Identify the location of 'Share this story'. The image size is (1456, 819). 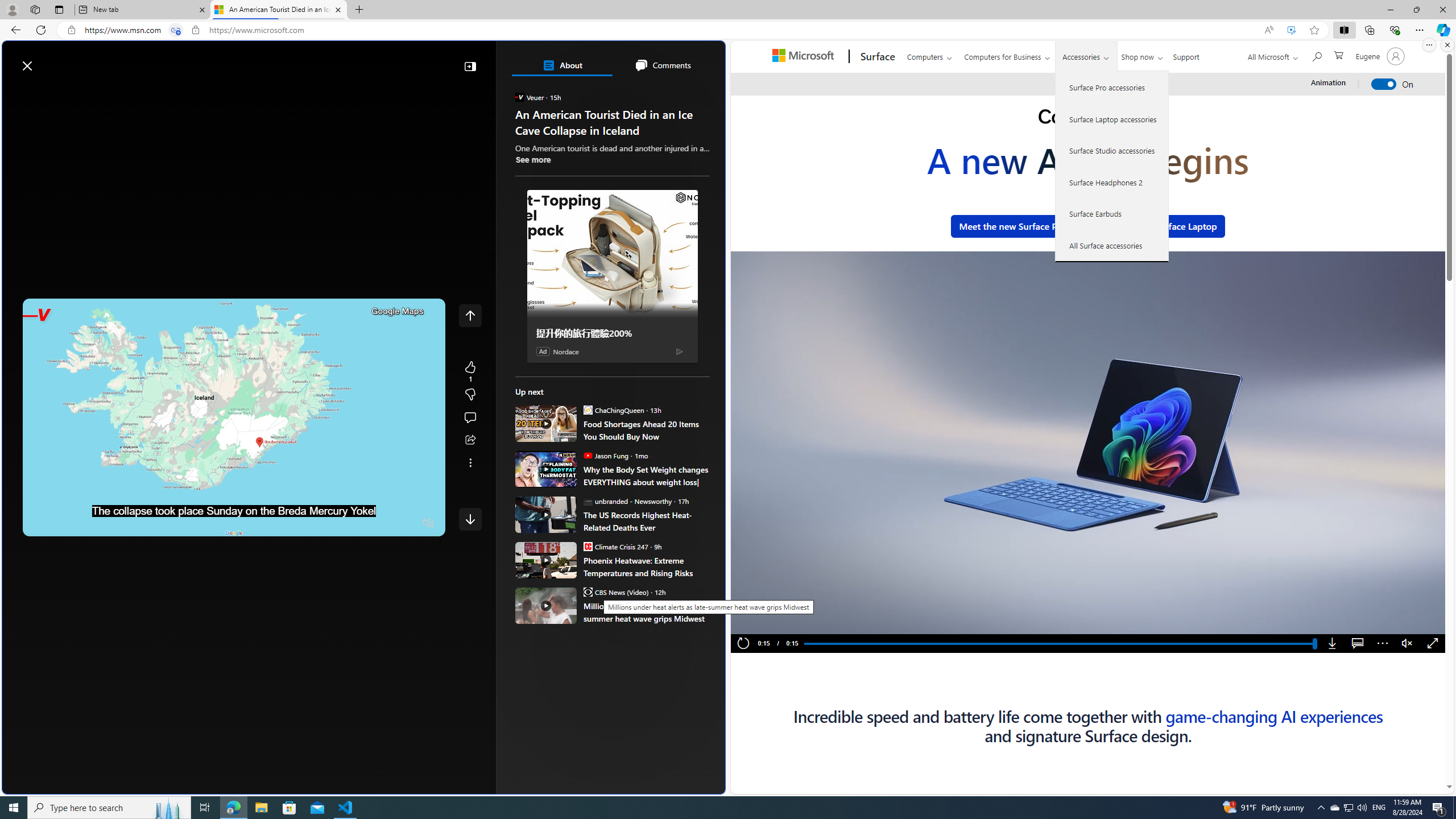
(470, 440).